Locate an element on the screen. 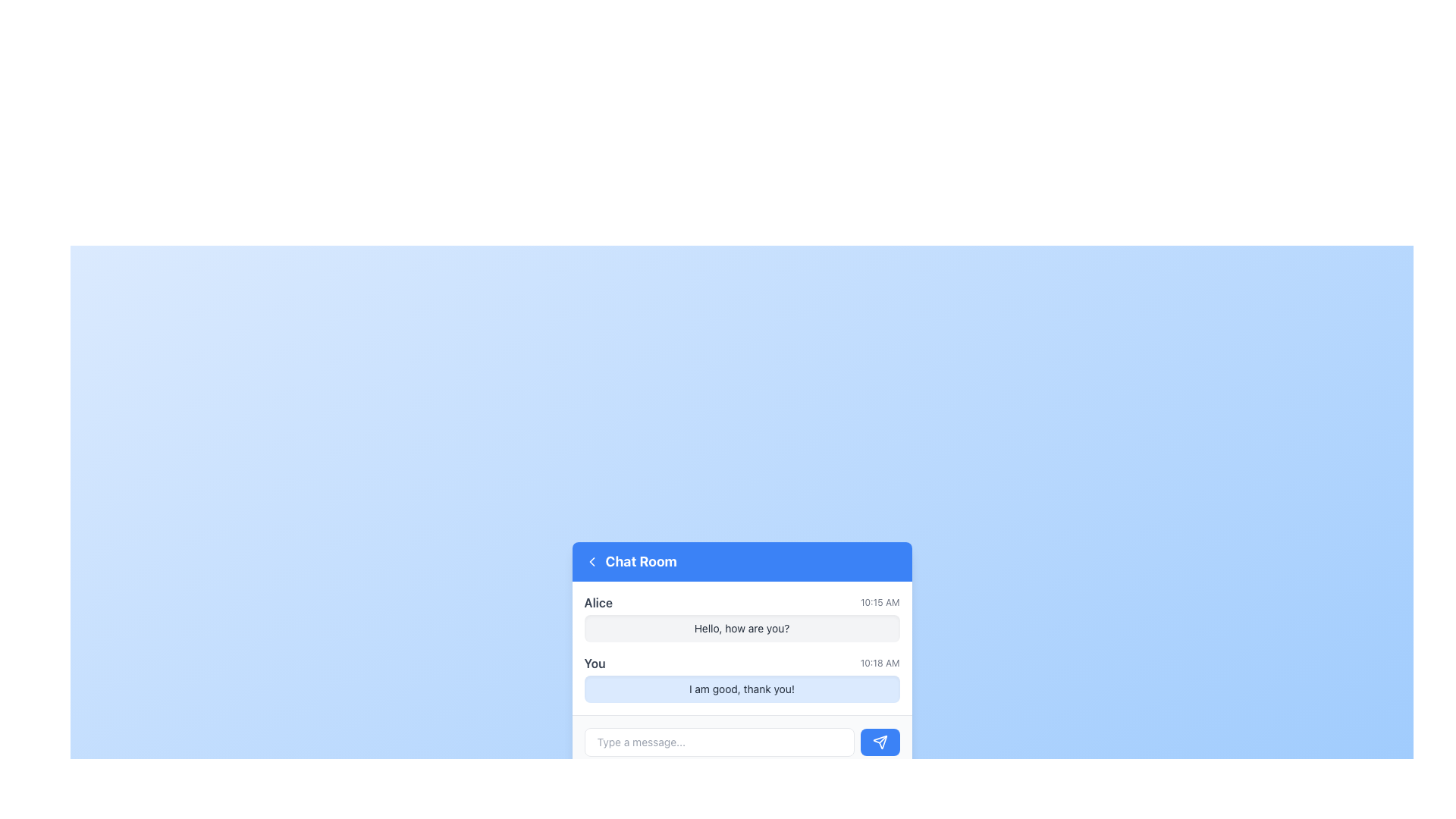 The image size is (1456, 819). the send button icon, which is the first icon inside the blue circular button located at the far right of the input box in the chat interface is located at coordinates (880, 741).